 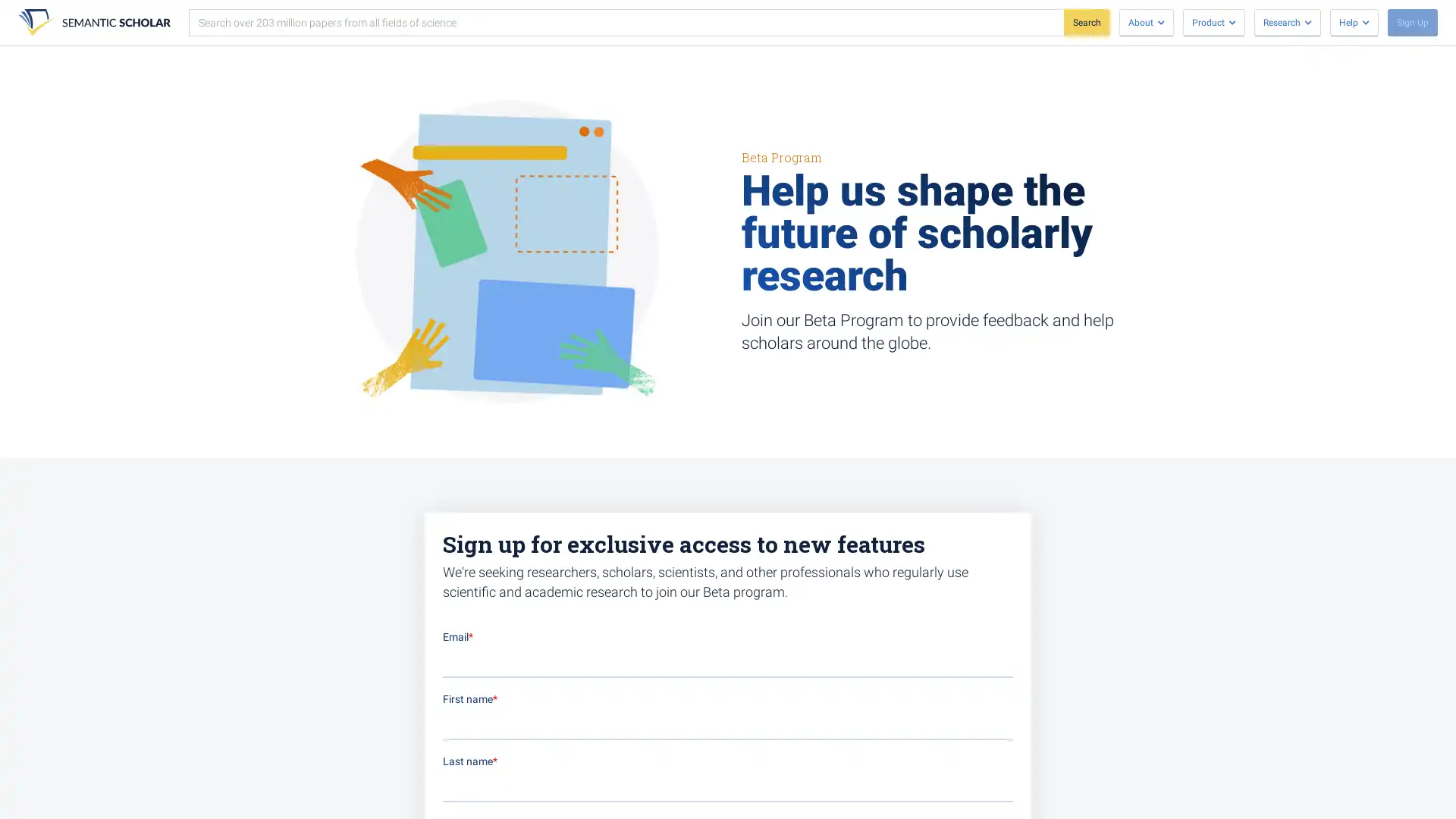 I want to click on Search, so click(x=1086, y=23).